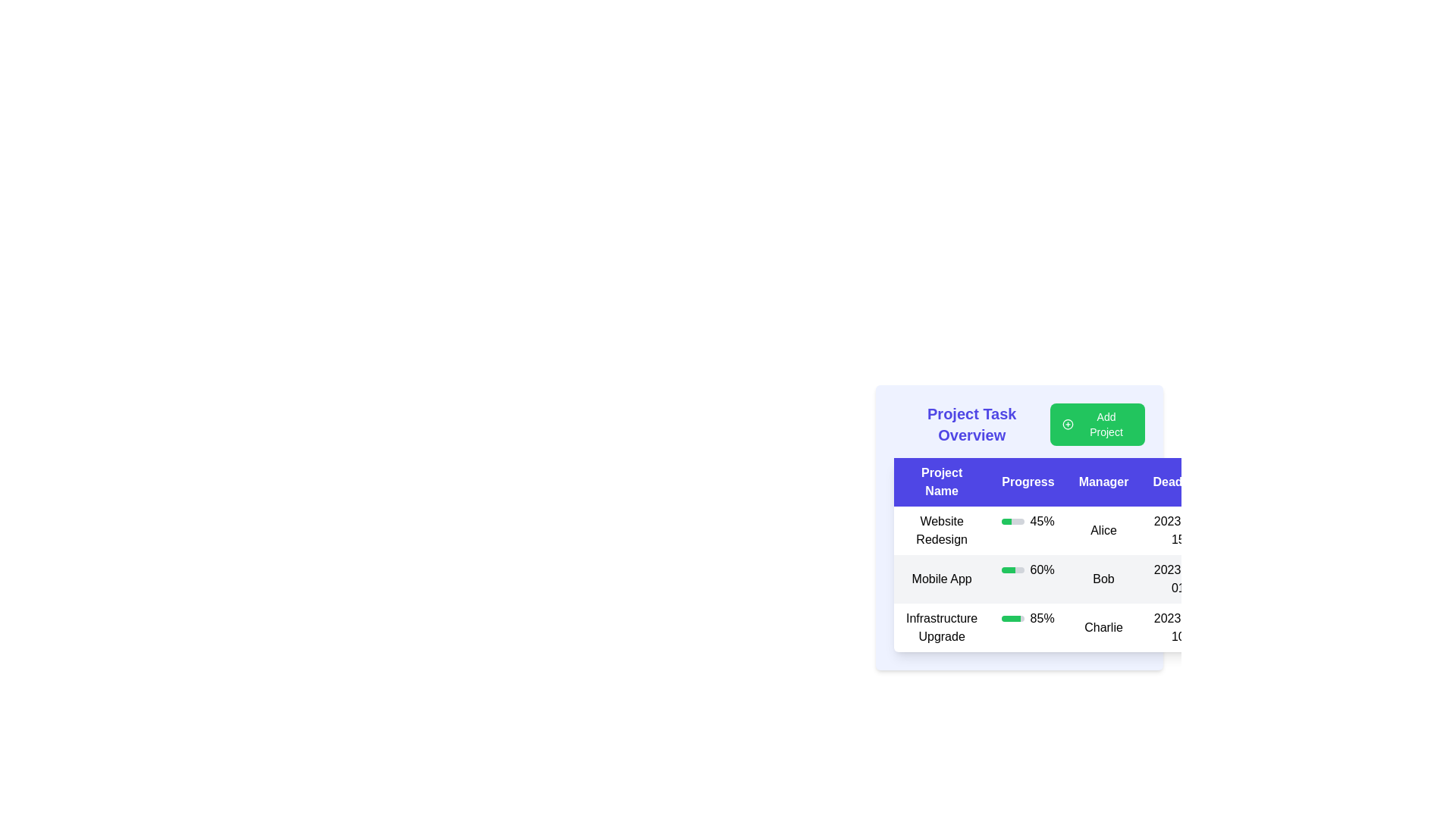 The width and height of the screenshot is (1456, 819). What do you see at coordinates (1019, 526) in the screenshot?
I see `the Progress bar indicating '45%' for the 'Website Redesign' task, located in the first row of the table under the 'Progress' column` at bounding box center [1019, 526].